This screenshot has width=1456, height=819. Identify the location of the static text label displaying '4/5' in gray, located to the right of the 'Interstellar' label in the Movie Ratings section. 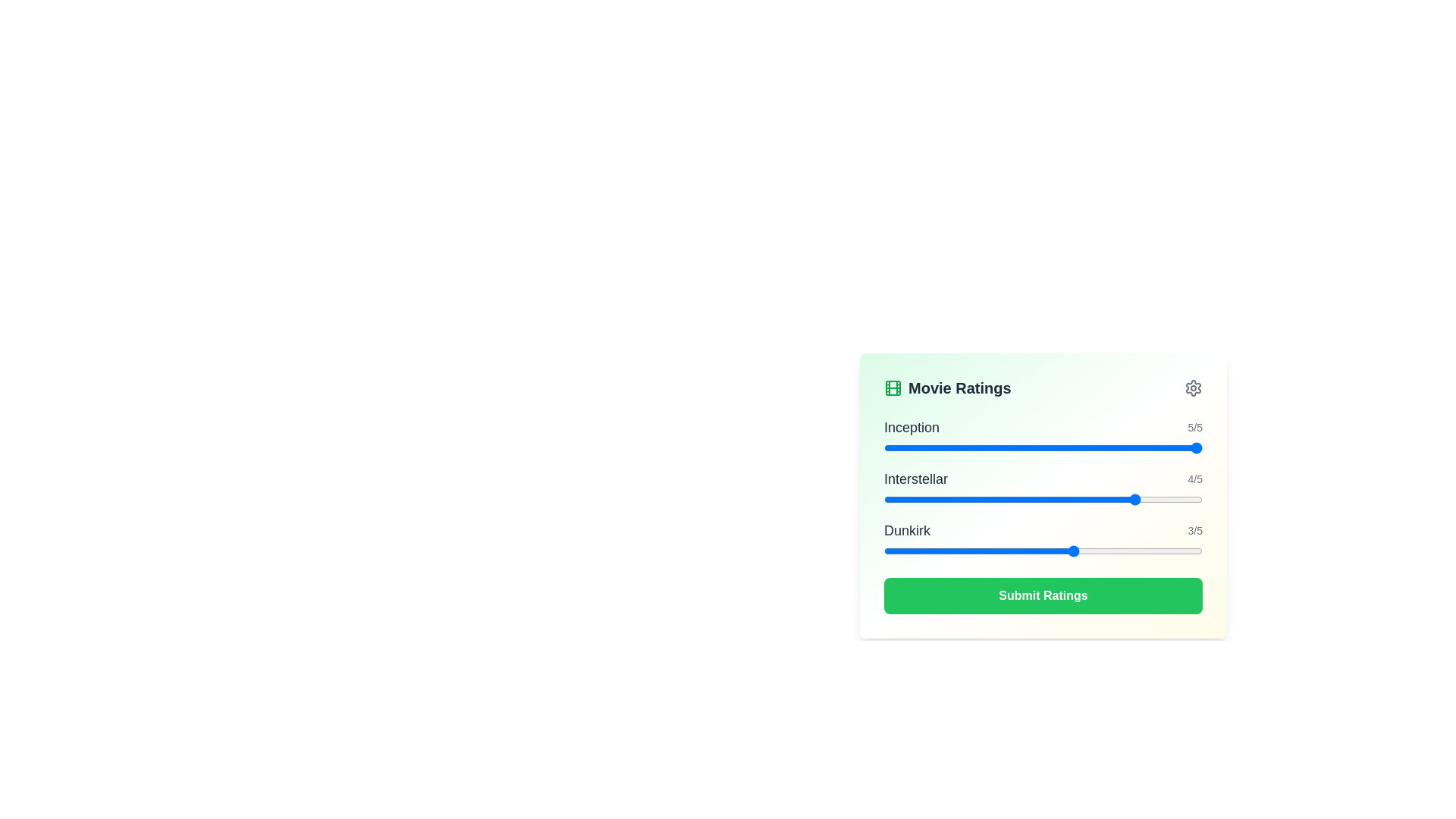
(1194, 479).